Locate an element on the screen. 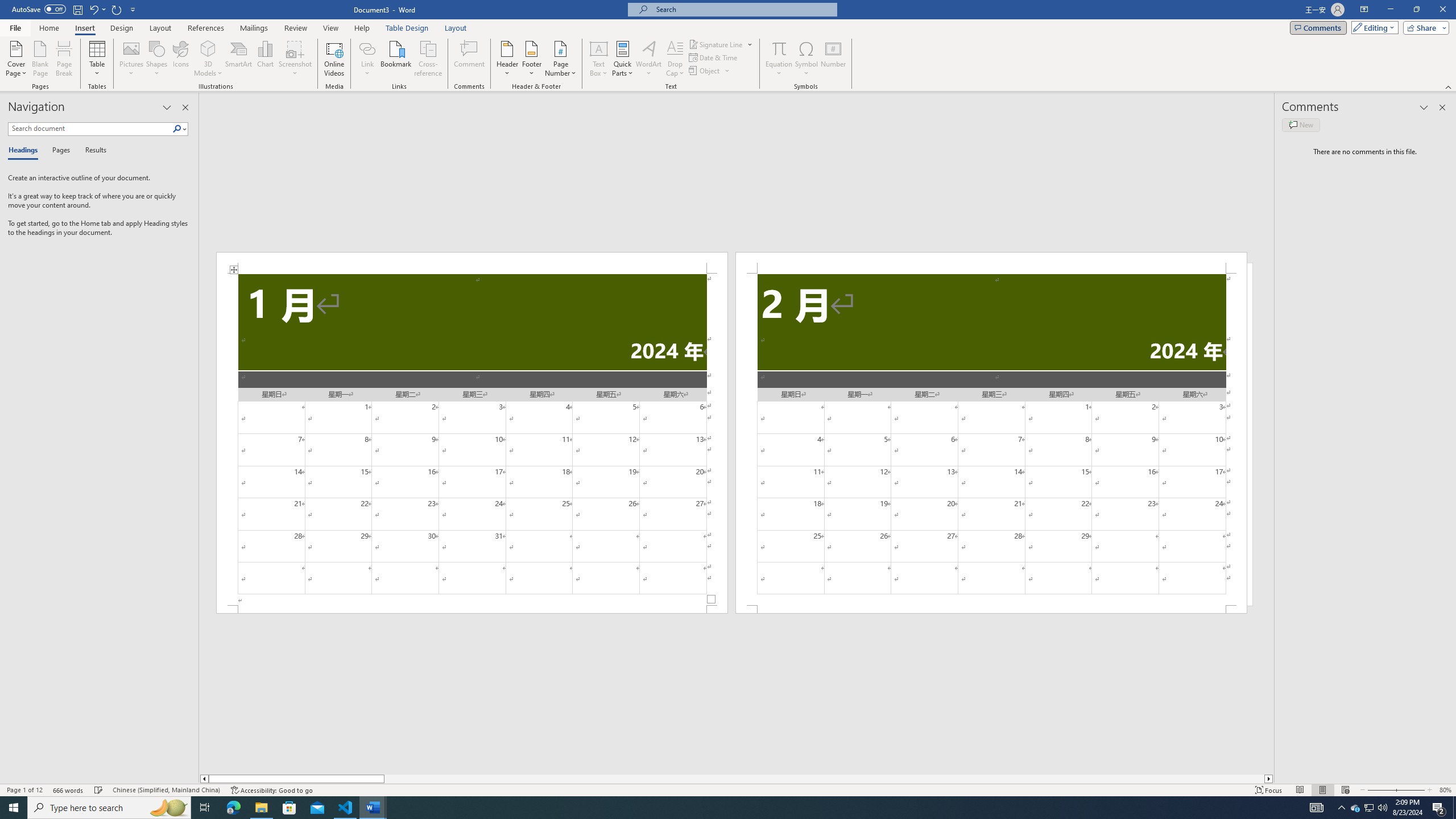 The height and width of the screenshot is (819, 1456). 'Footer' is located at coordinates (531, 59).